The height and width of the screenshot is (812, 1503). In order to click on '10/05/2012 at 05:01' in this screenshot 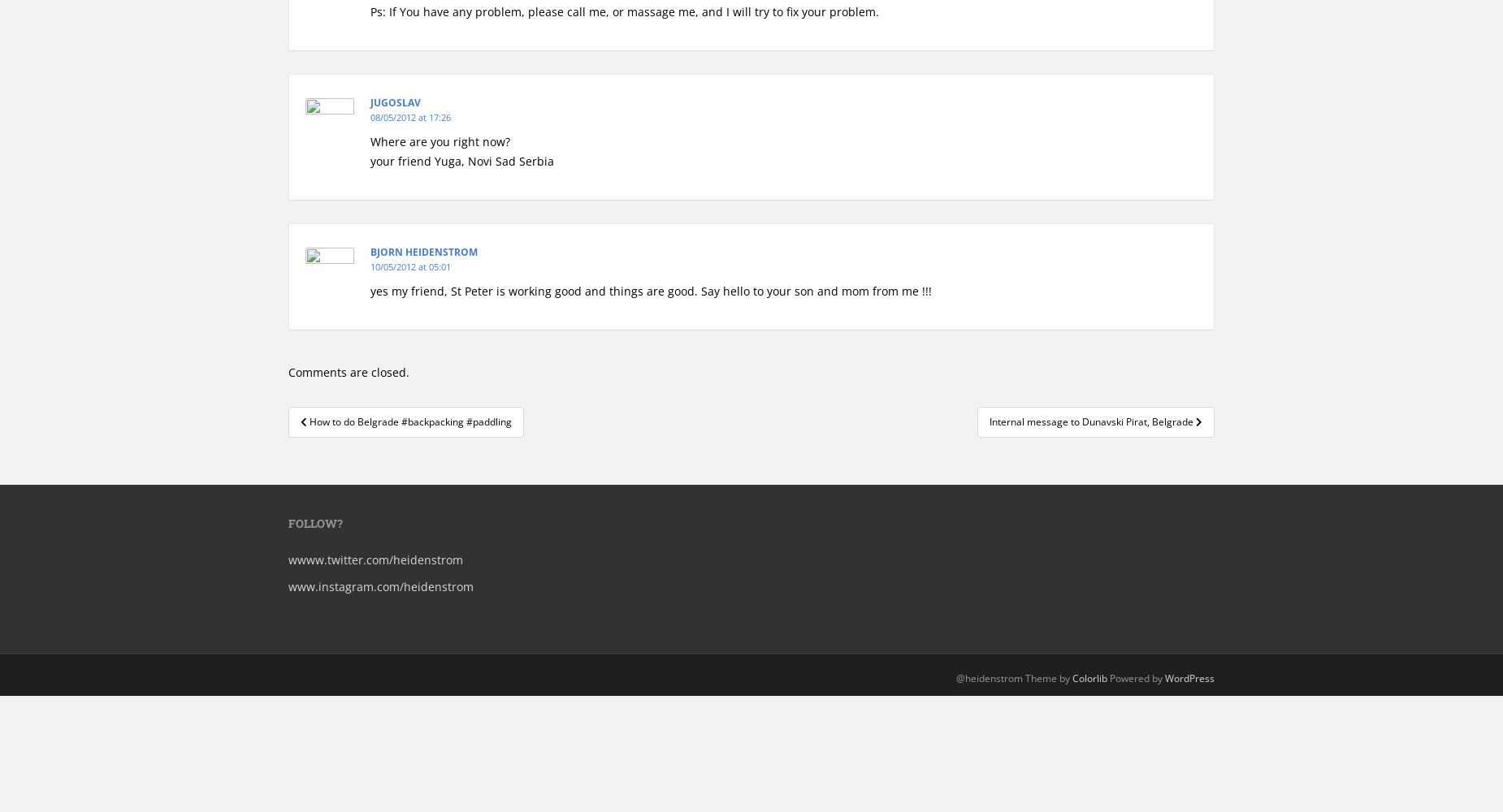, I will do `click(410, 266)`.